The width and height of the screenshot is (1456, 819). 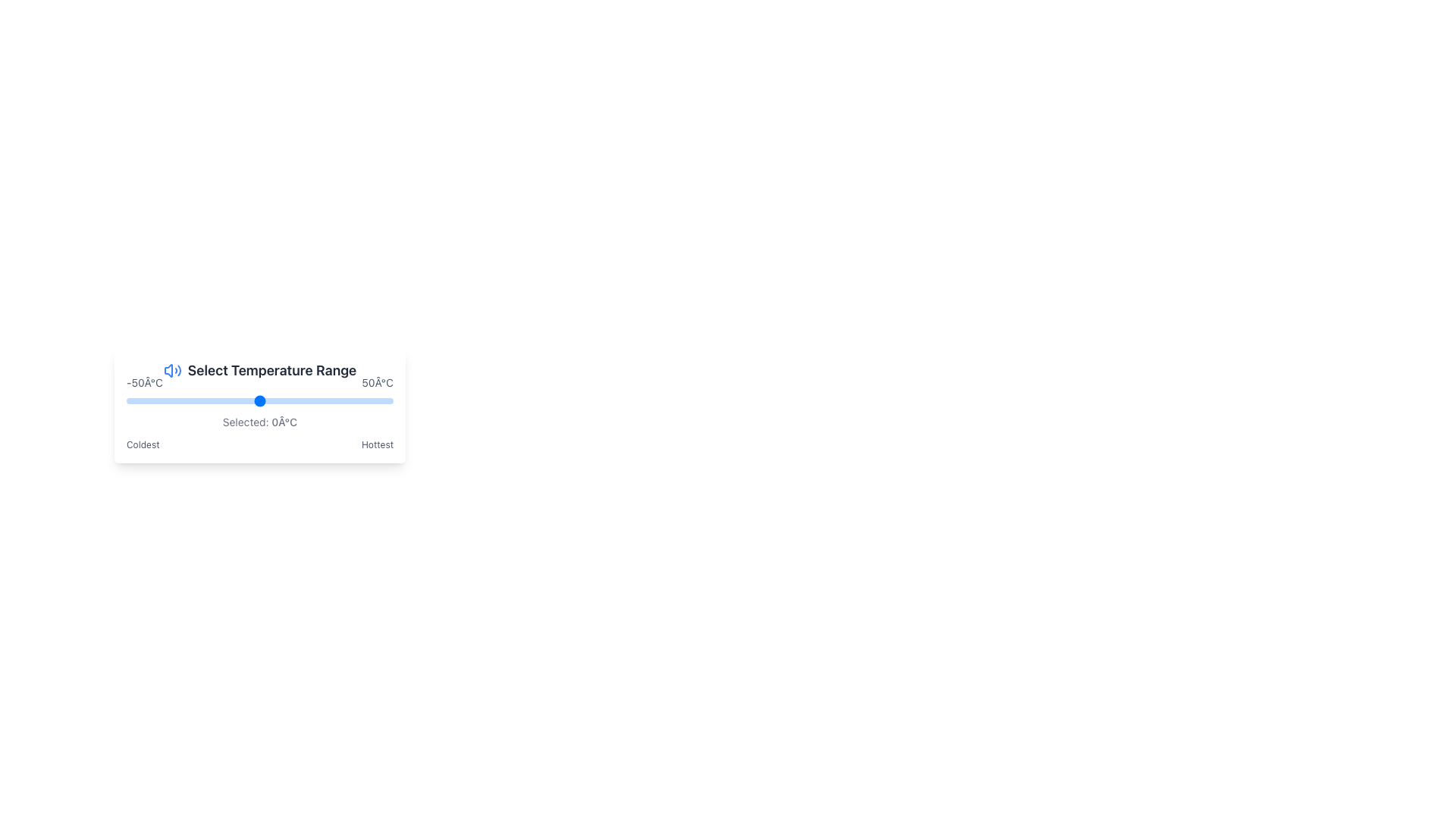 What do you see at coordinates (249, 400) in the screenshot?
I see `the temperature slider` at bounding box center [249, 400].